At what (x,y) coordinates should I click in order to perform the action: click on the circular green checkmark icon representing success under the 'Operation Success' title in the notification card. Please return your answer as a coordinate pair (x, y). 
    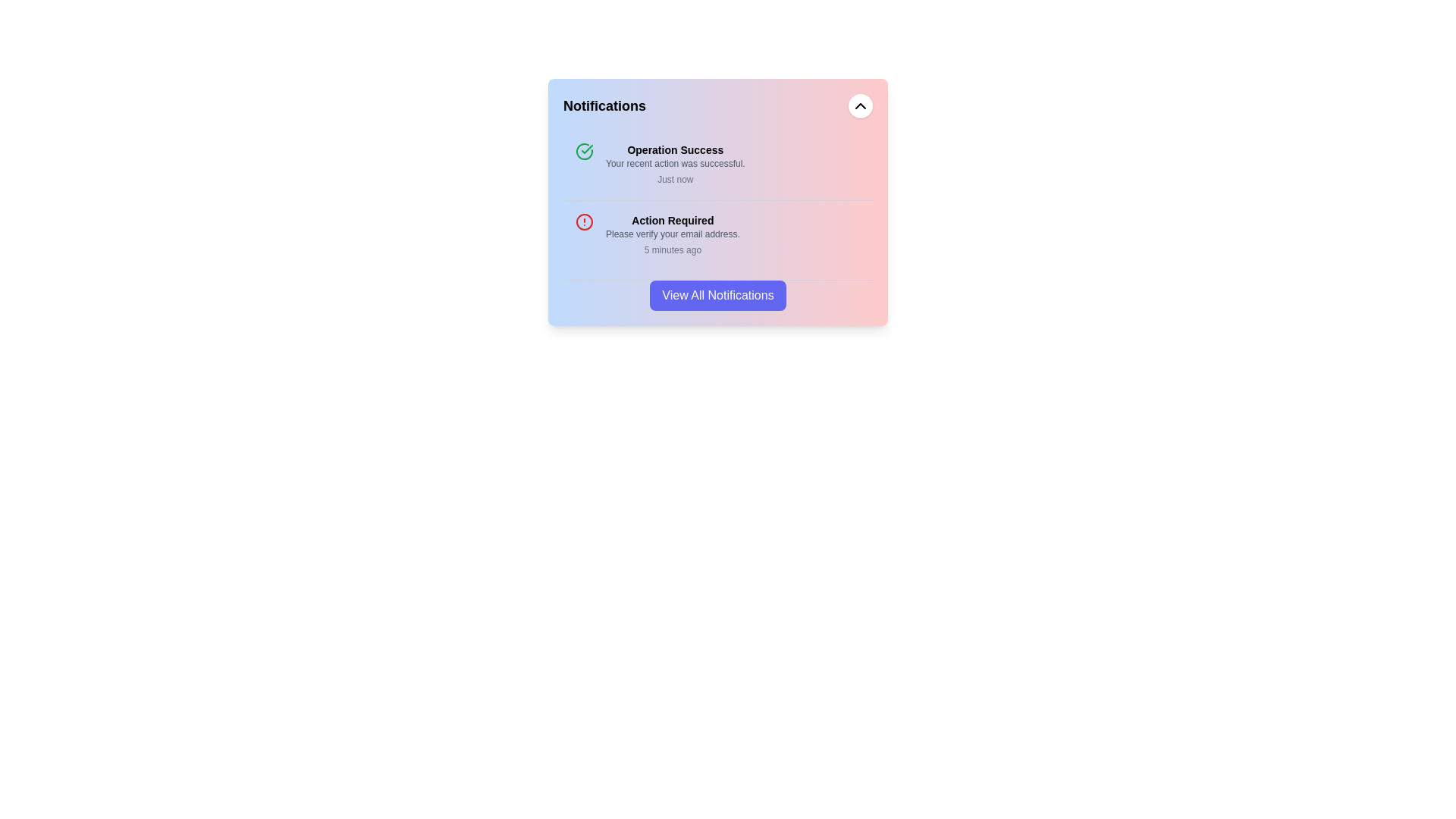
    Looking at the image, I should click on (584, 152).